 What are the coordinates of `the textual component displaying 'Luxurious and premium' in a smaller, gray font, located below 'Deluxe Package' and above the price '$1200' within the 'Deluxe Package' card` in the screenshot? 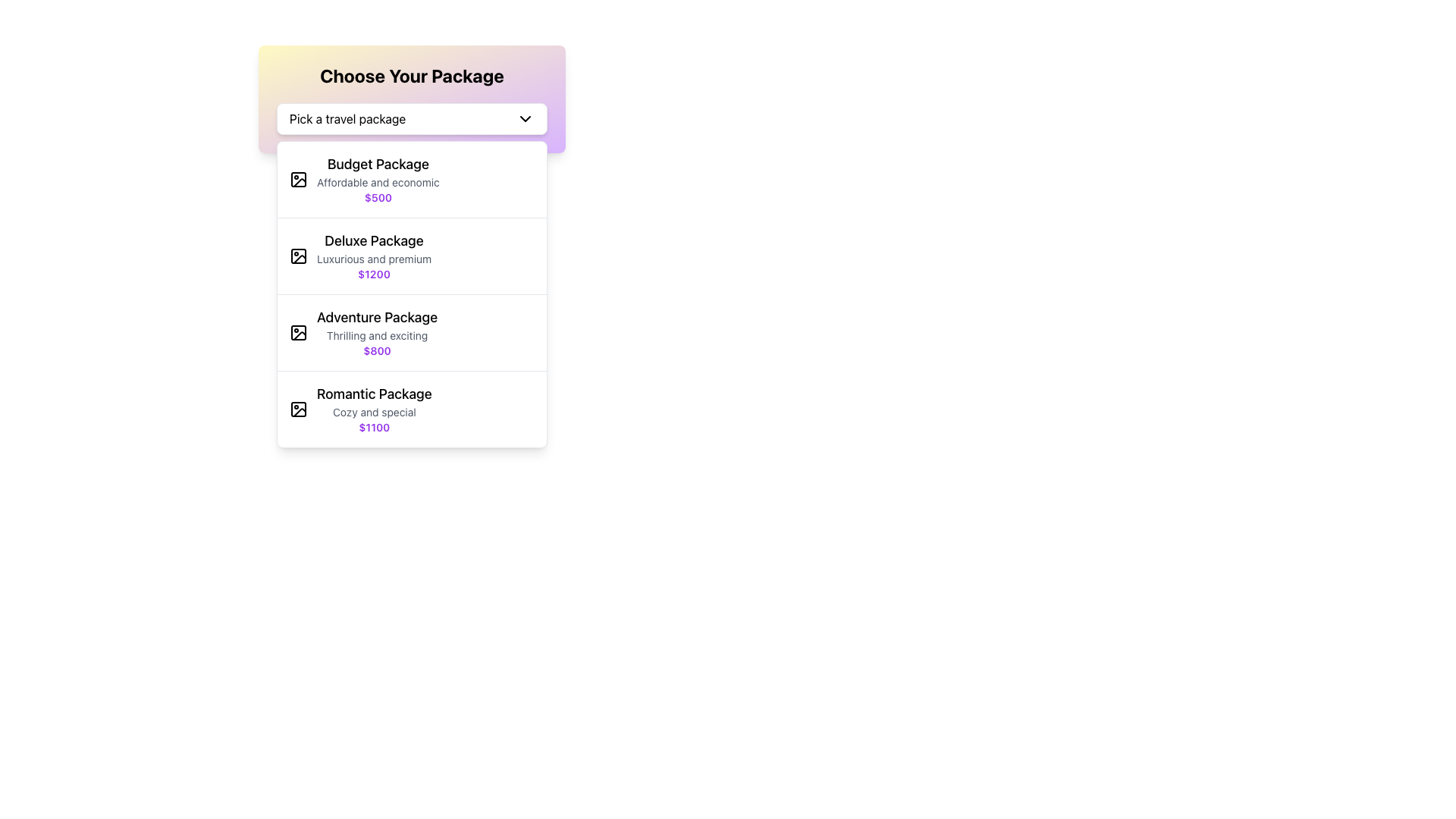 It's located at (374, 259).